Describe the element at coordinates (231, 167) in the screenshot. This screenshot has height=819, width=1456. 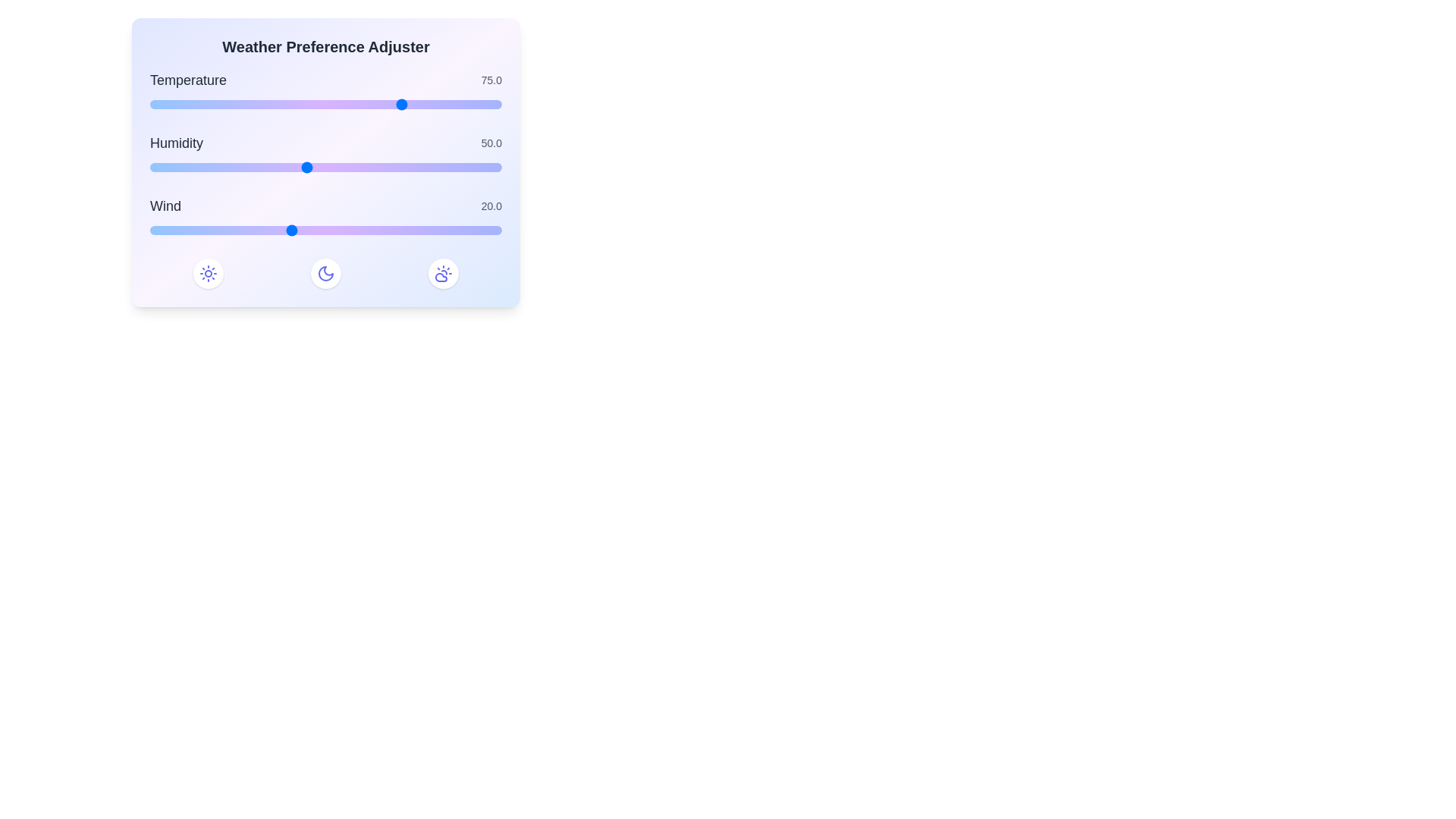
I see `the humidity value` at that location.